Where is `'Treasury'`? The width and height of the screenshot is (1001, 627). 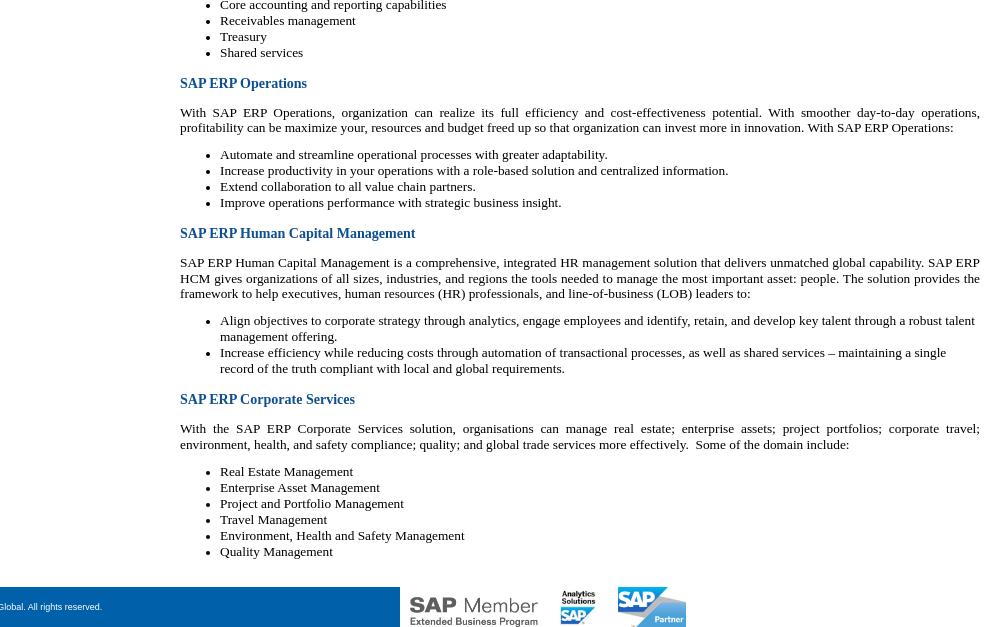
'Treasury' is located at coordinates (242, 35).